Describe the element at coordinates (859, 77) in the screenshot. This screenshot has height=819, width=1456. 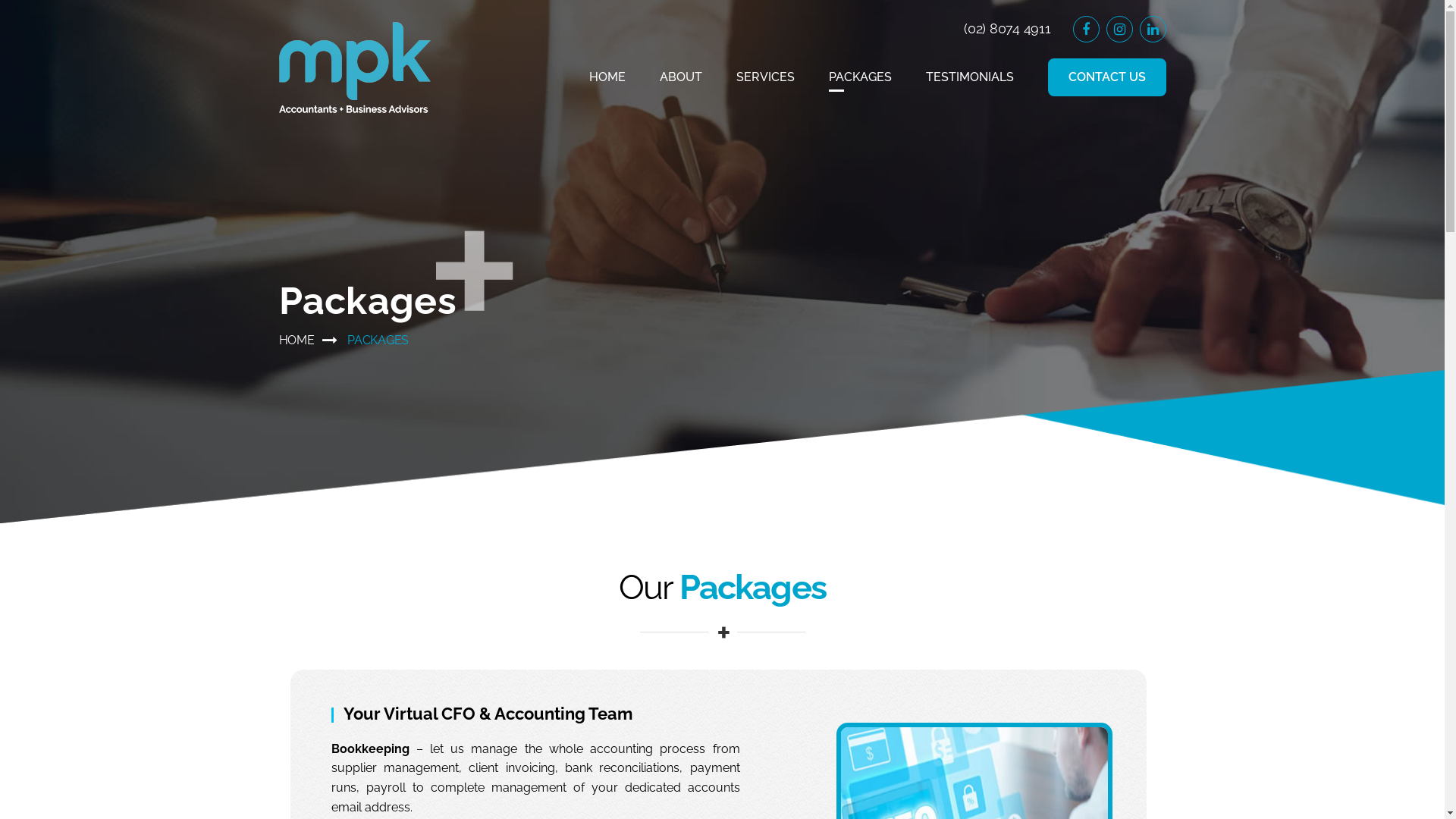
I see `'PACKAGES'` at that location.